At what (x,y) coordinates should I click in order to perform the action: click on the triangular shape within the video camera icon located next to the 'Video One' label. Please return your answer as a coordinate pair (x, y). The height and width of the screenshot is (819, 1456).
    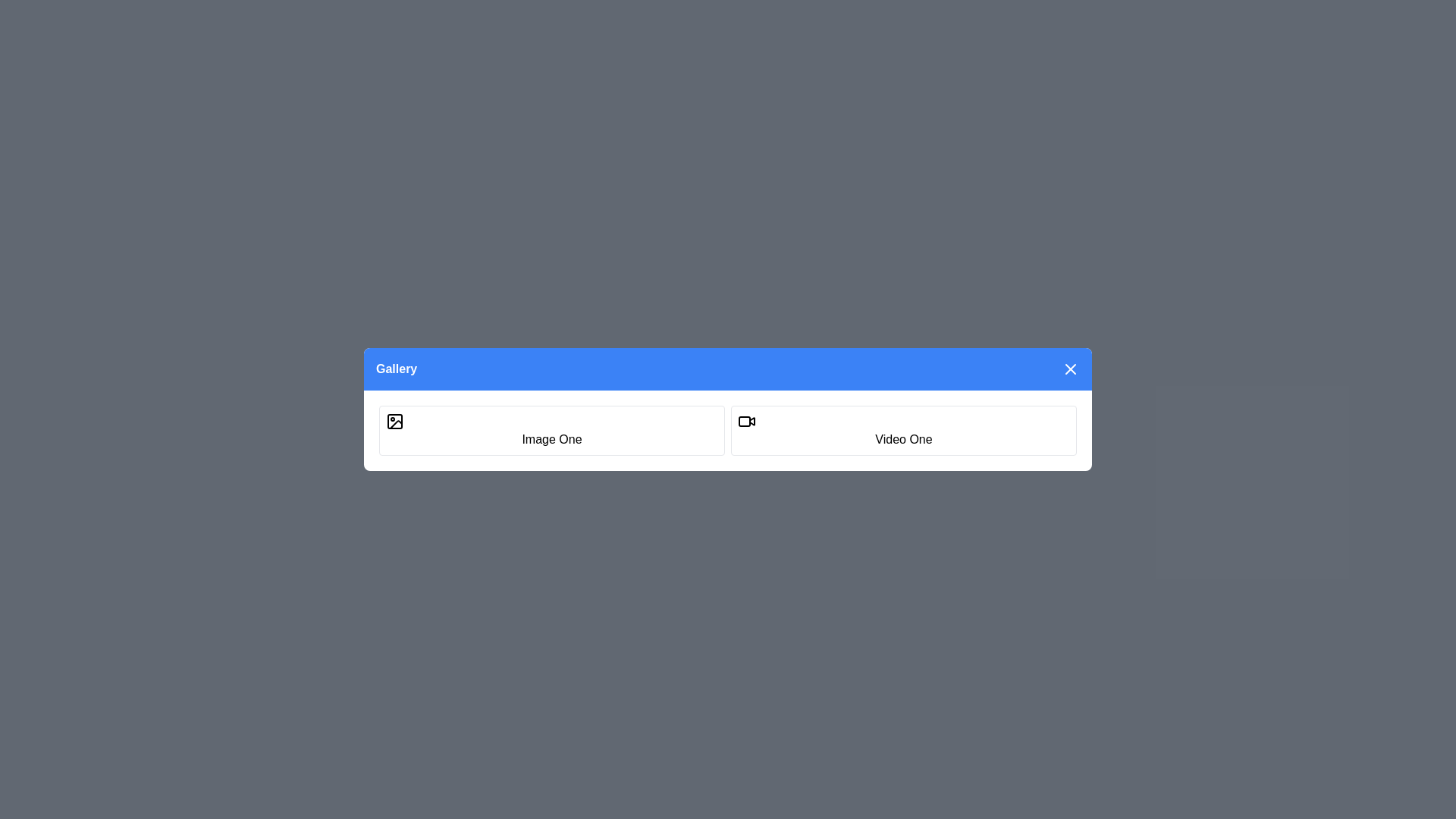
    Looking at the image, I should click on (752, 421).